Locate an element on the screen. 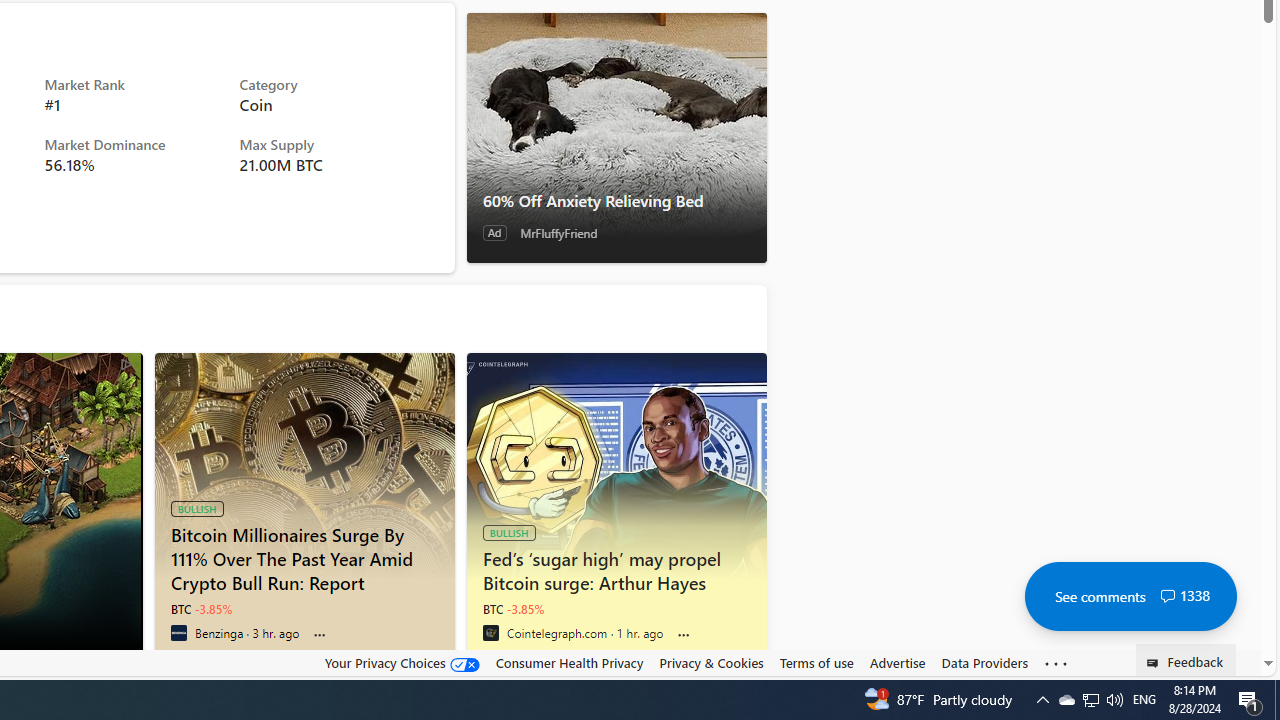 The width and height of the screenshot is (1280, 720). 'Consumer Health Privacy' is located at coordinates (568, 662).